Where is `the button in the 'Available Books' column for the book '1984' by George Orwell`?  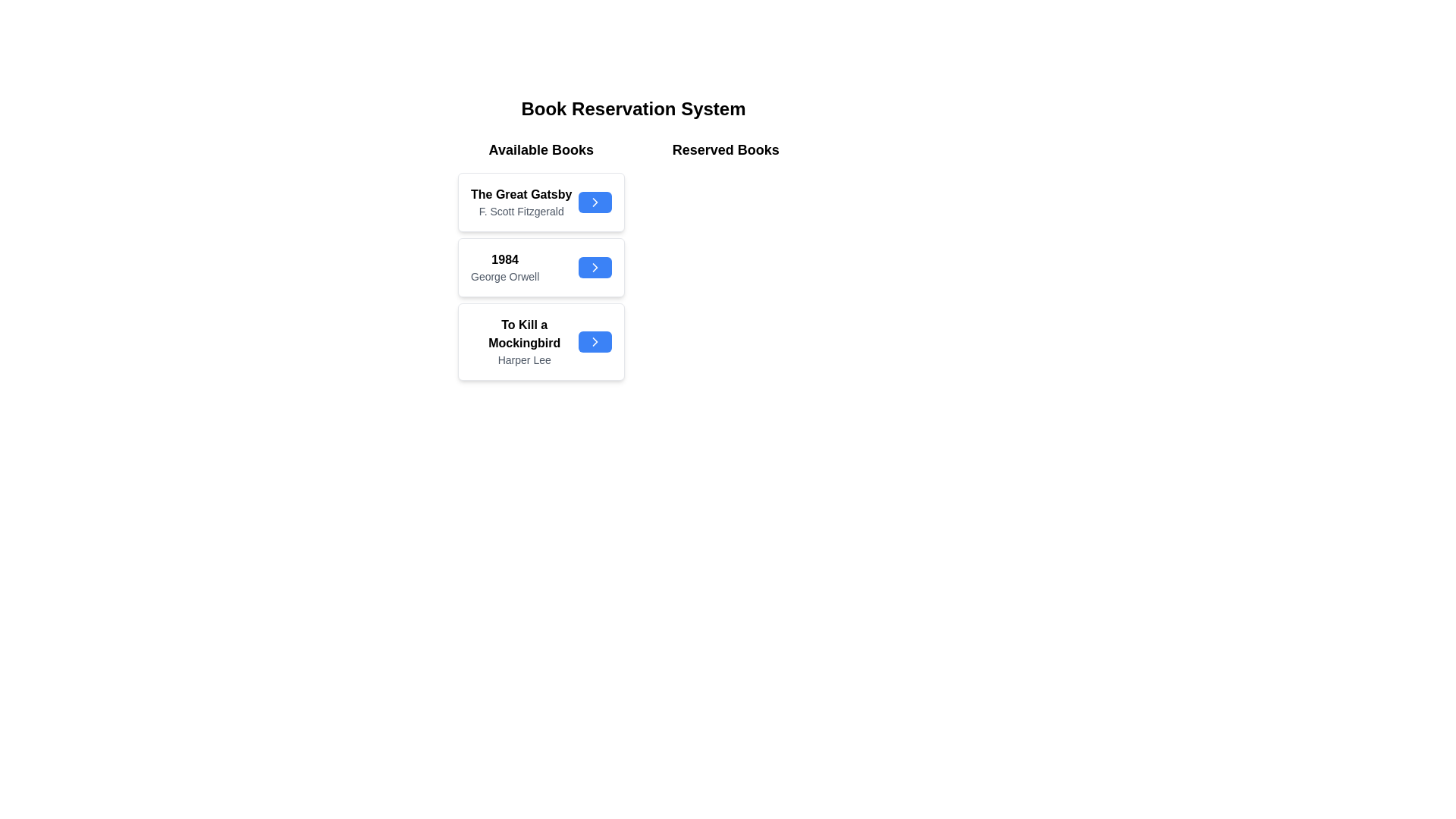 the button in the 'Available Books' column for the book '1984' by George Orwell is located at coordinates (594, 267).